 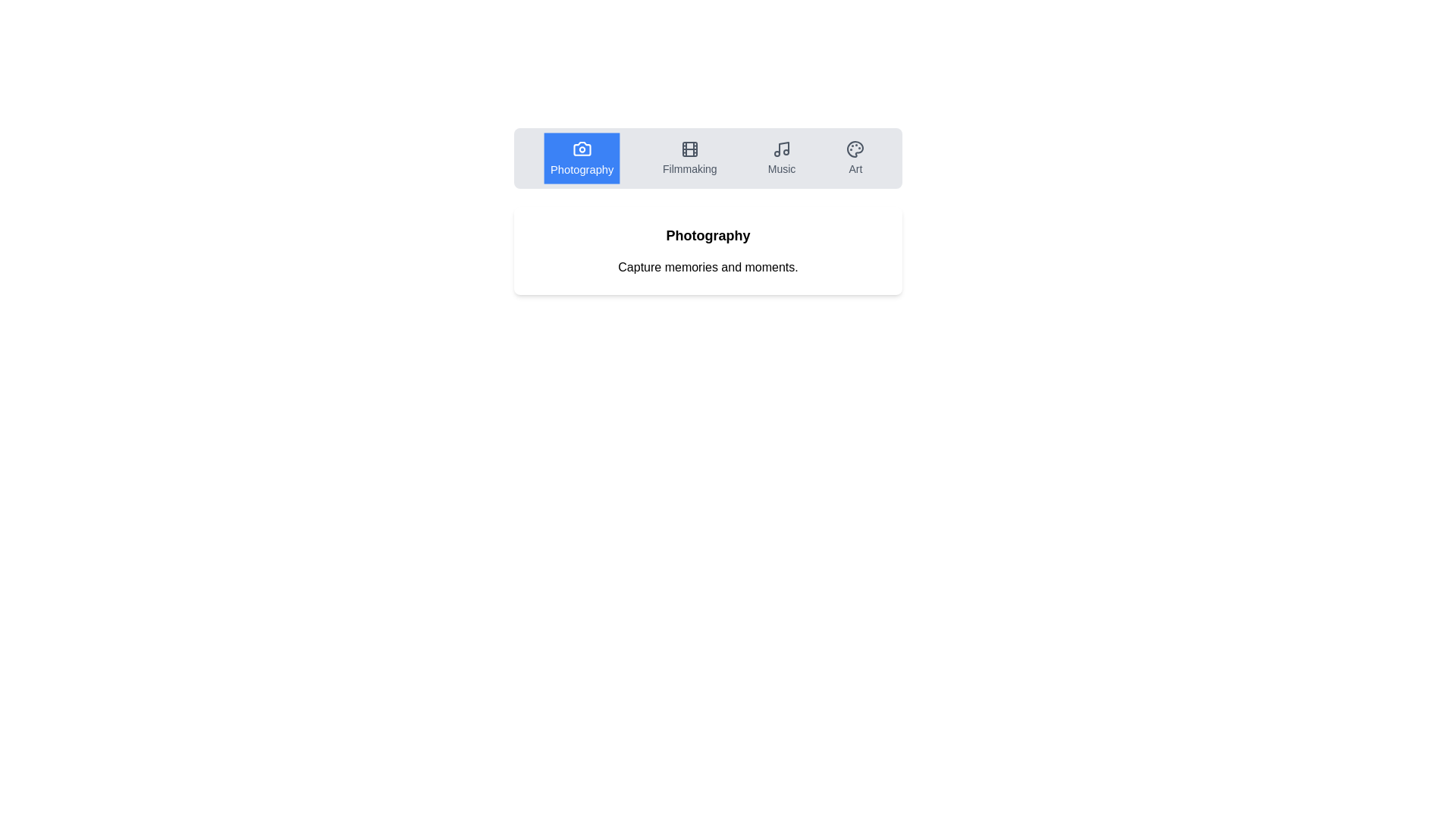 What do you see at coordinates (689, 158) in the screenshot?
I see `the Filmmaking tab by clicking on it` at bounding box center [689, 158].